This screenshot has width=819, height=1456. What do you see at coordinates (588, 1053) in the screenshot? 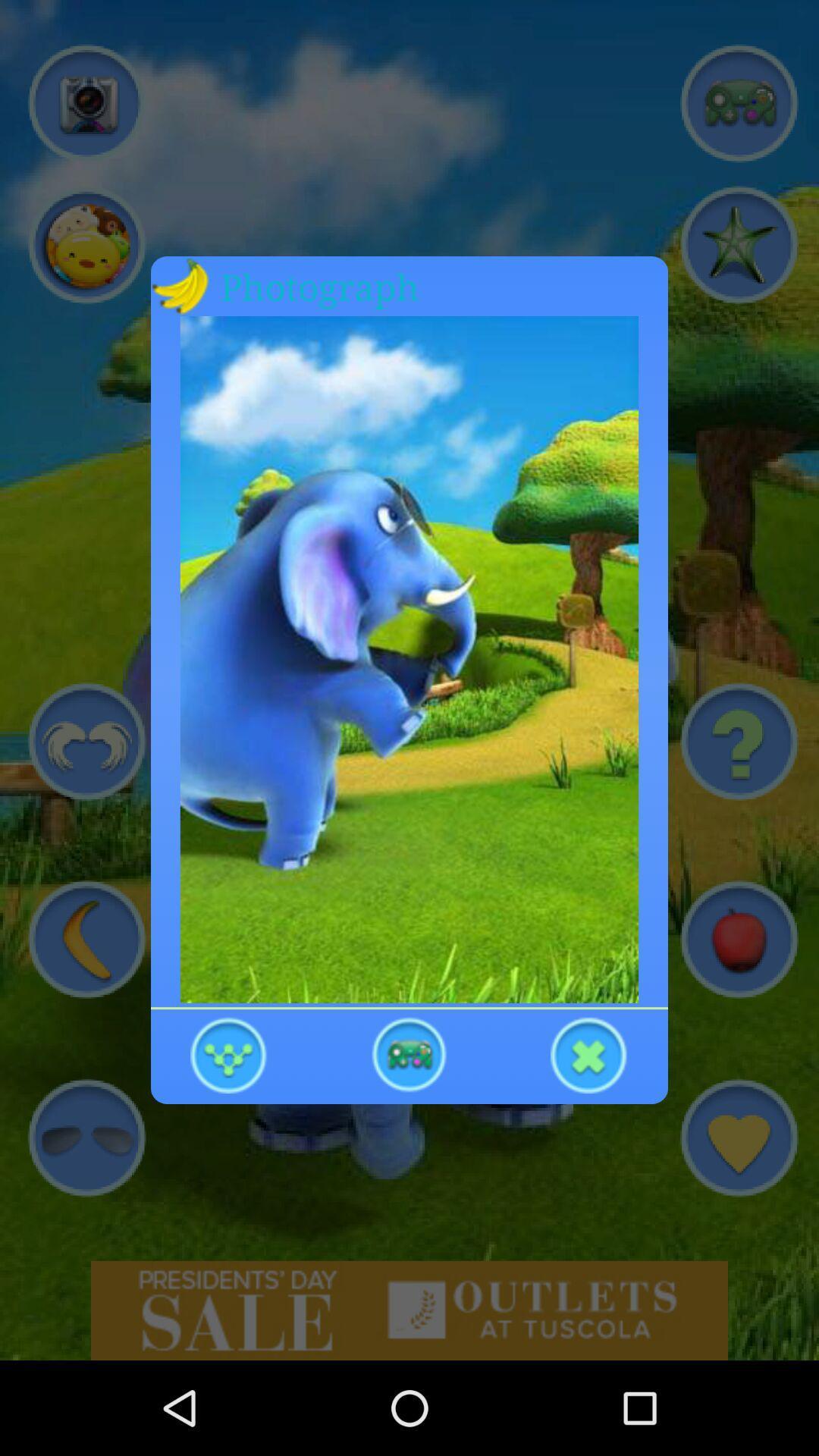
I see `exit out` at bounding box center [588, 1053].